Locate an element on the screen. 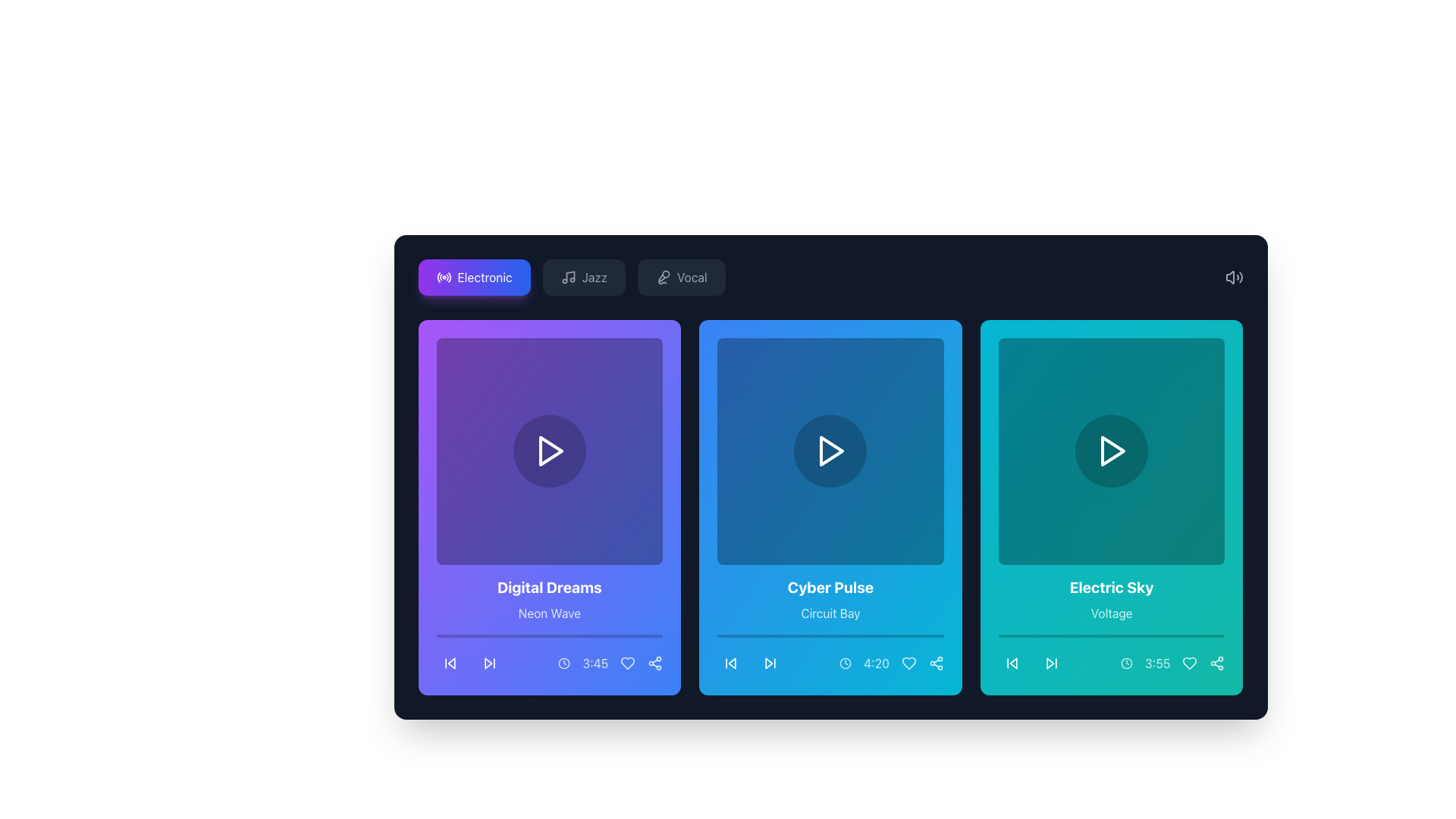 This screenshot has height=819, width=1456. the share icon button, which is styled in white with interconnected circles and lines, located in the bottom-right corner of the 'Digital Dreams' card, adjacent to the heart icon and duration text ('3:45') is located at coordinates (655, 662).